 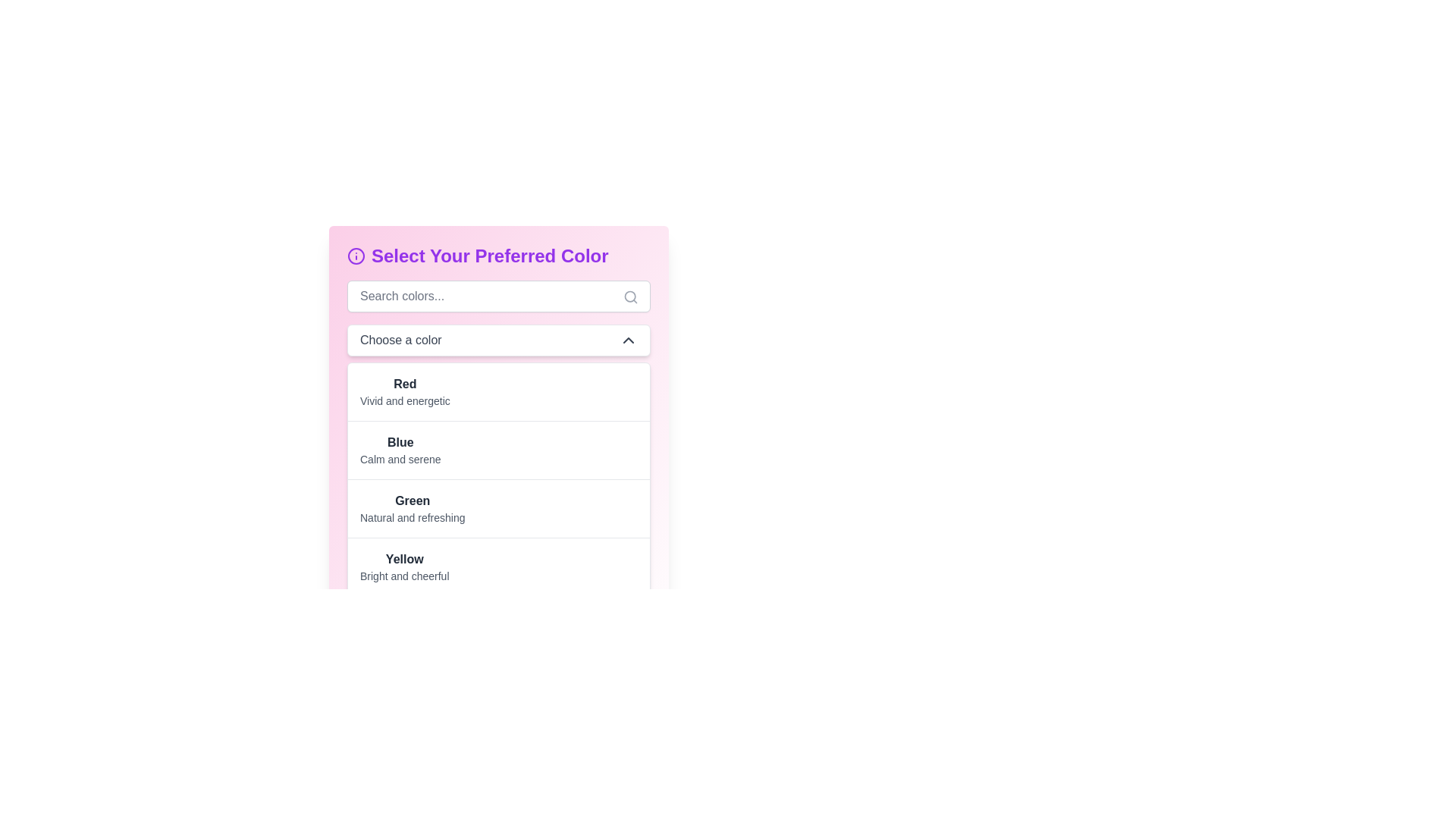 What do you see at coordinates (400, 339) in the screenshot?
I see `the static text element displaying 'Choose a color' in dark gray font, located within a white rectangular area, near the top-center of the interface` at bounding box center [400, 339].